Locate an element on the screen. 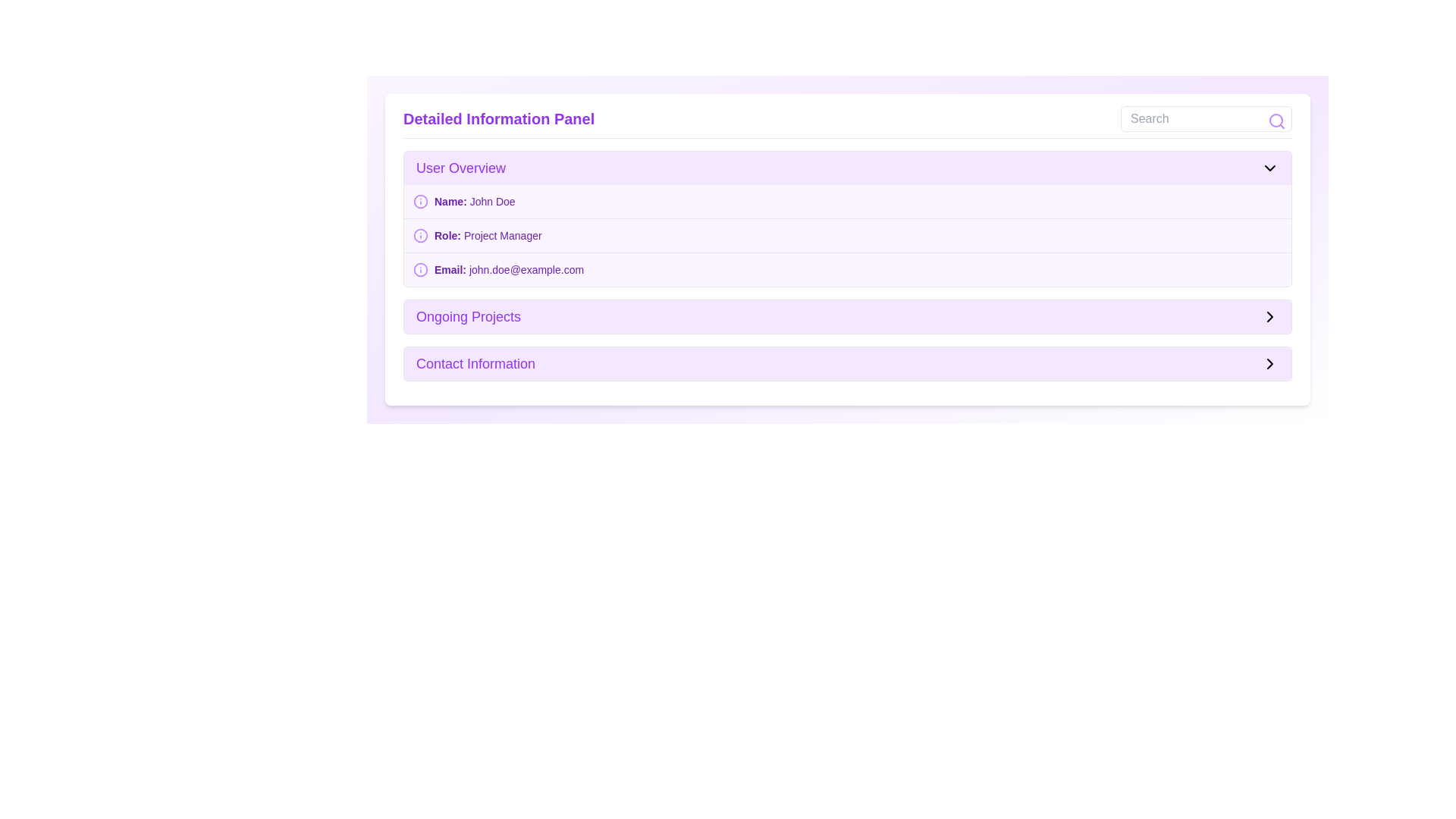 This screenshot has height=819, width=1456. the rightward pointing chevron icon with a black stroke in the 'Ongoing Projects' section is located at coordinates (1270, 315).